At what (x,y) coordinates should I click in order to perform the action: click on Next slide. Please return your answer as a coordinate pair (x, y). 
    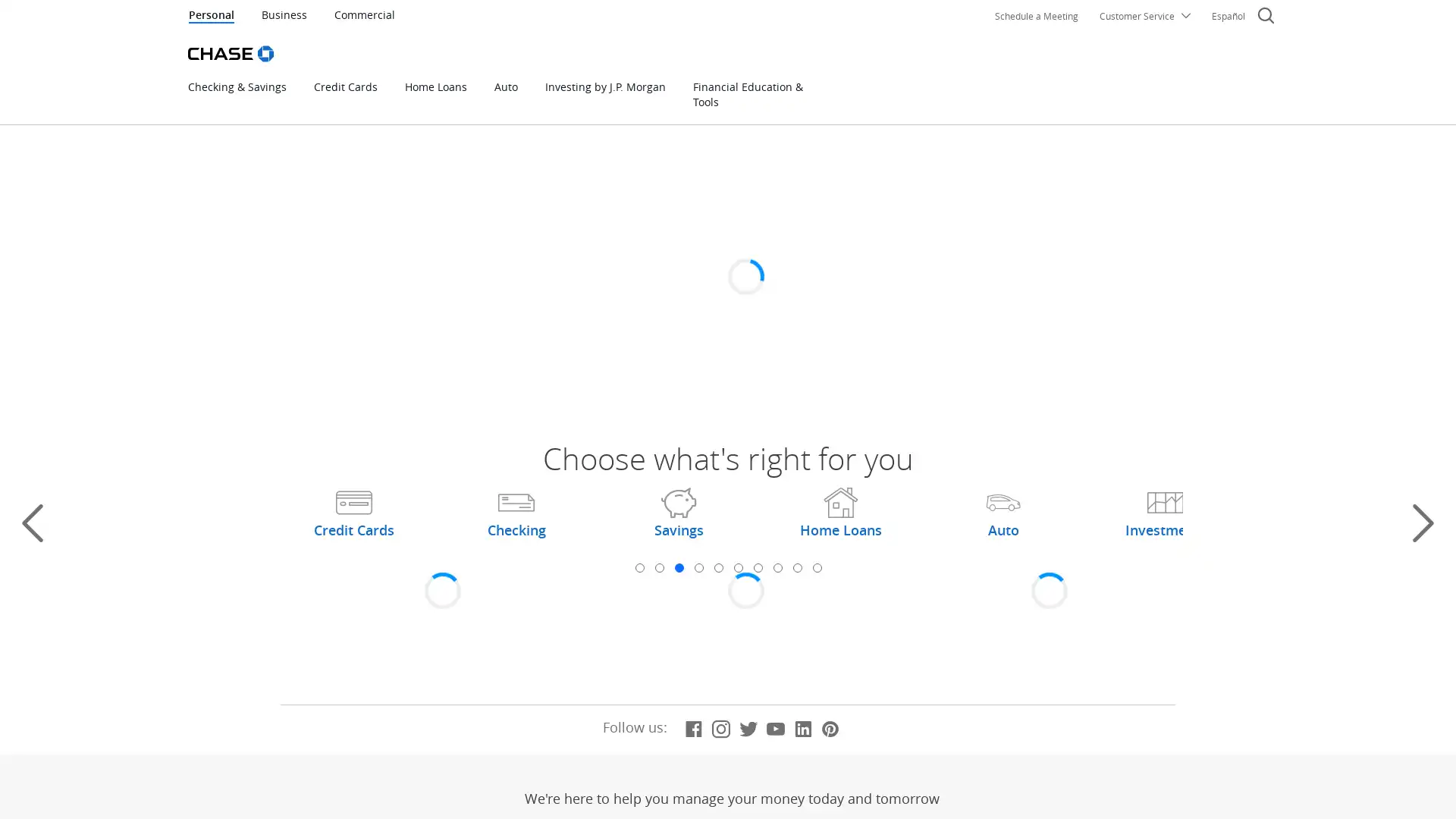
    Looking at the image, I should click on (1422, 522).